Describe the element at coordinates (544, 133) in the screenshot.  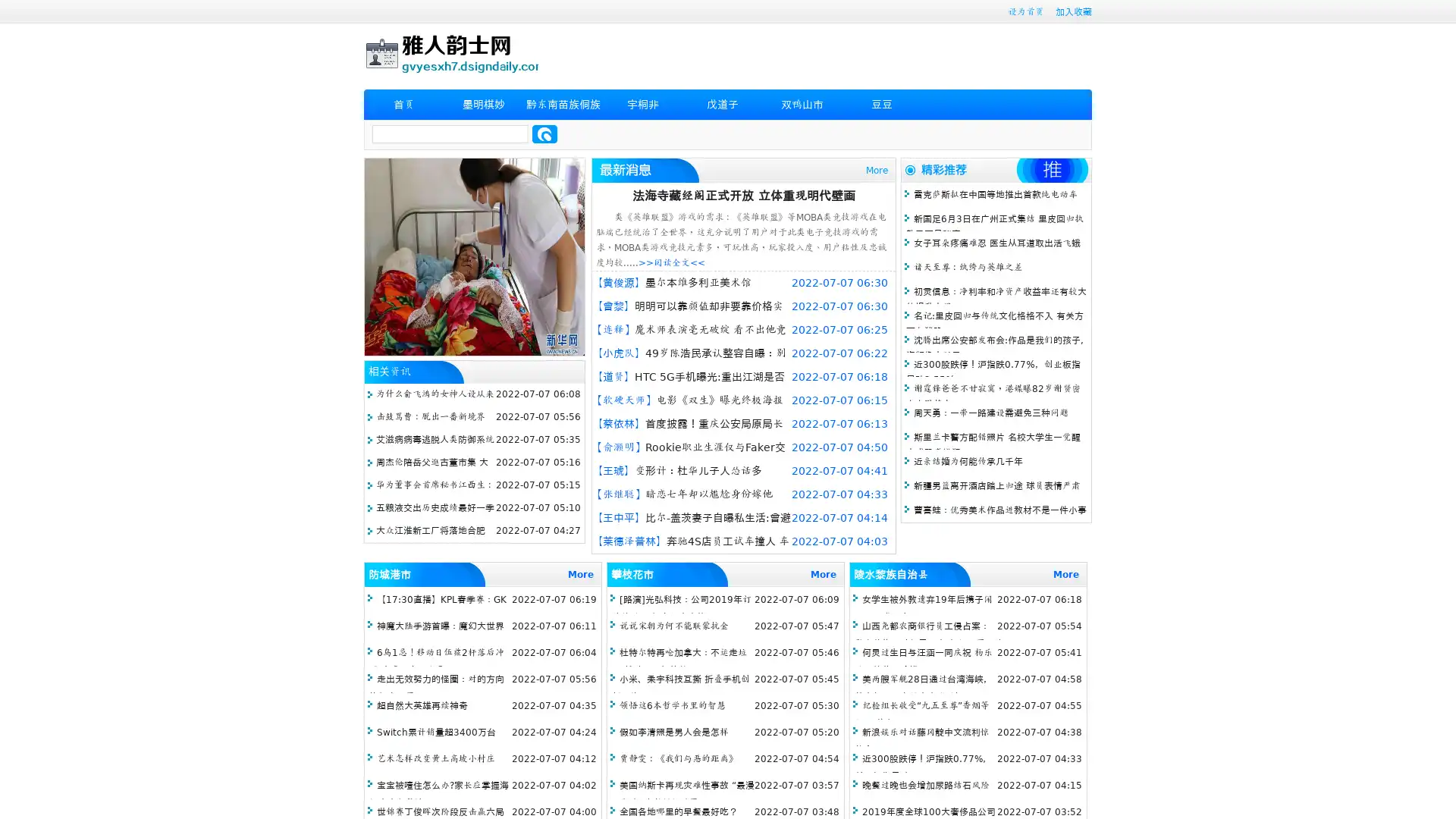
I see `Search` at that location.